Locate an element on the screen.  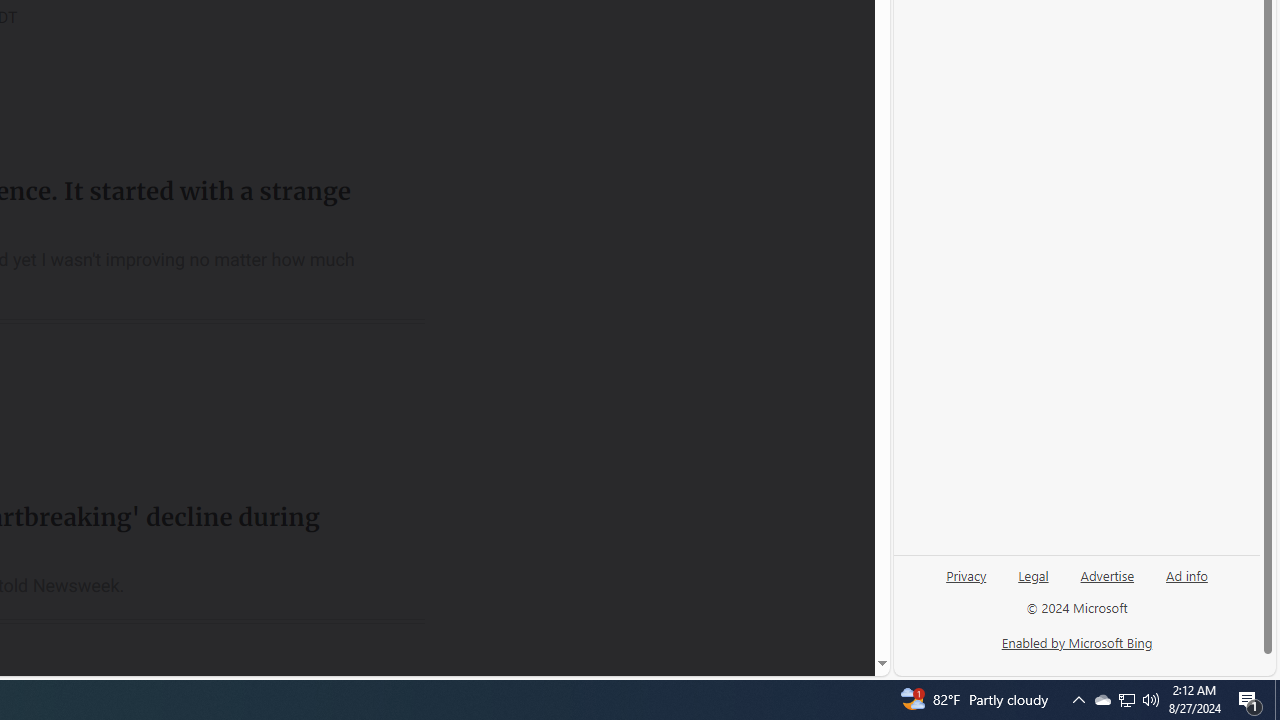
'Advertise' is located at coordinates (1106, 574).